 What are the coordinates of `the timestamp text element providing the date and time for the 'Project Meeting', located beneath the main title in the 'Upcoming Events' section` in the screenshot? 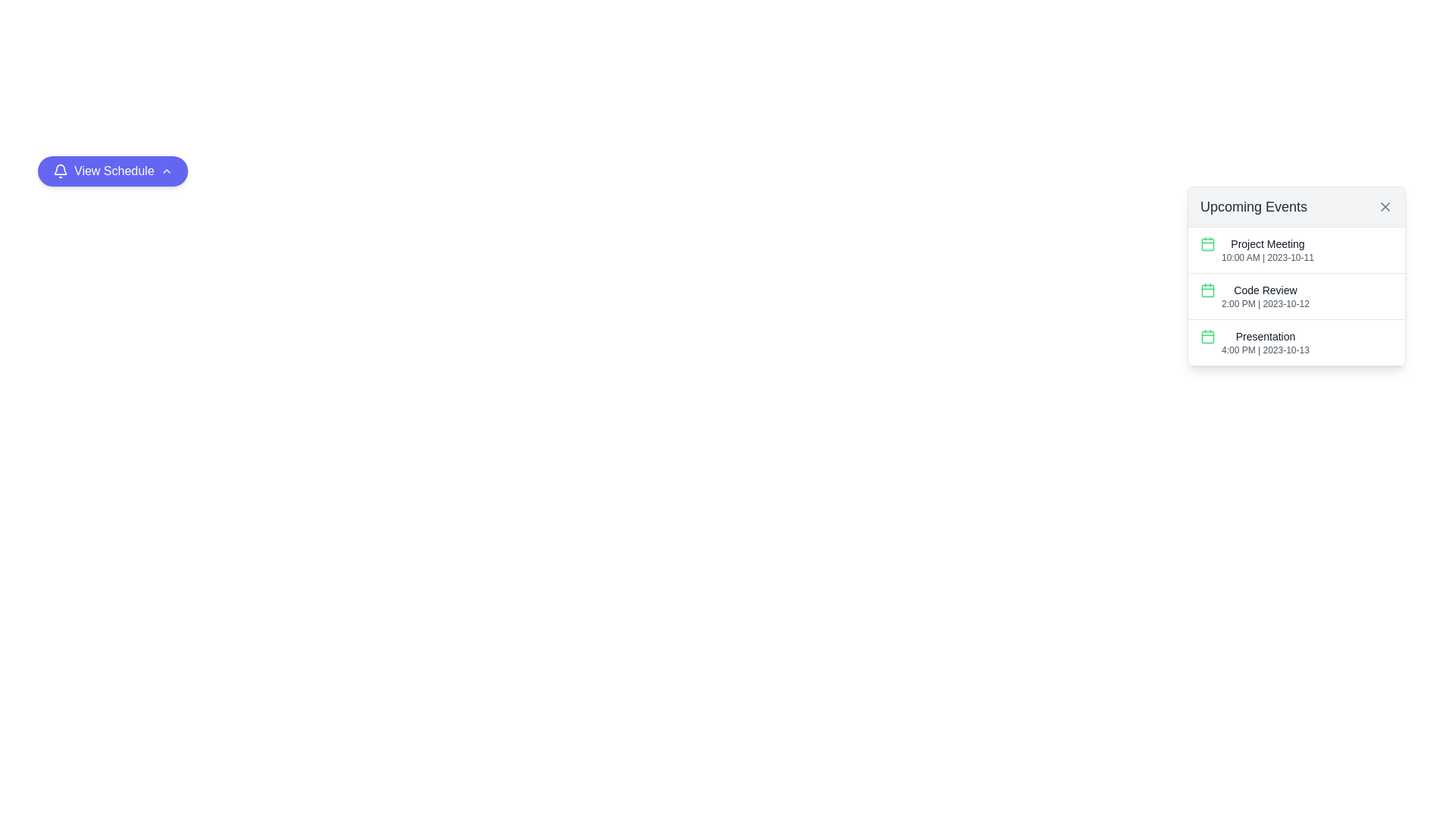 It's located at (1267, 256).